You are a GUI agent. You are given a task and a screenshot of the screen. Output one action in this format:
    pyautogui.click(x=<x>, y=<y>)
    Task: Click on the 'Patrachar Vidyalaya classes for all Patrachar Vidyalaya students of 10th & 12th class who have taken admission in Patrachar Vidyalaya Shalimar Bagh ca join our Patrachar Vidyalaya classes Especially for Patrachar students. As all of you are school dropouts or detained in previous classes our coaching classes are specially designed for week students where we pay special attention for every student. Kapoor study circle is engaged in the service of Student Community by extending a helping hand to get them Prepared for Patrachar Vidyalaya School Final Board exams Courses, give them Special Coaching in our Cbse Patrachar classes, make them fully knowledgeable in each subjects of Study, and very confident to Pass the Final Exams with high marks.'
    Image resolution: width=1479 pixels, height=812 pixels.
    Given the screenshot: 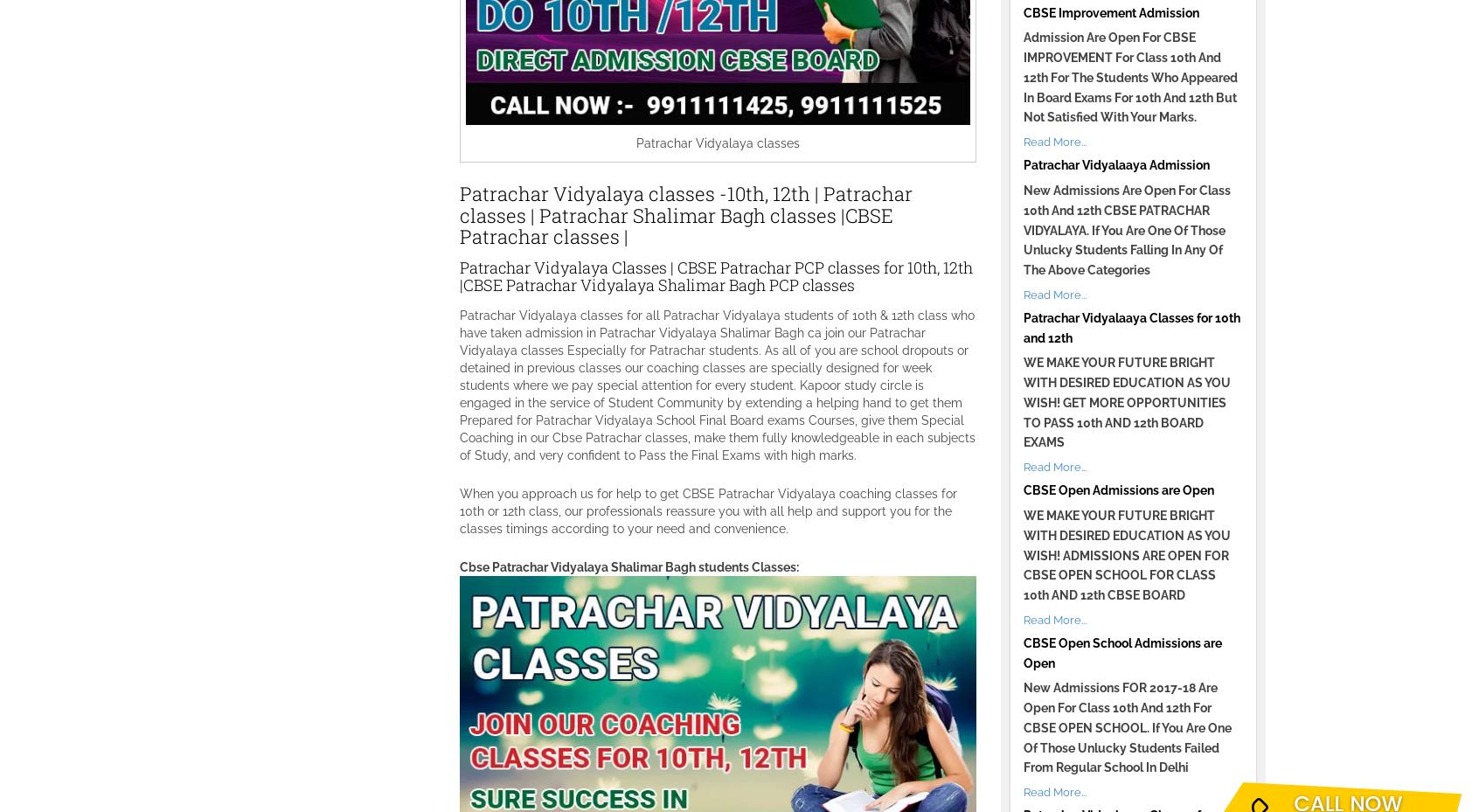 What is the action you would take?
    pyautogui.click(x=459, y=383)
    